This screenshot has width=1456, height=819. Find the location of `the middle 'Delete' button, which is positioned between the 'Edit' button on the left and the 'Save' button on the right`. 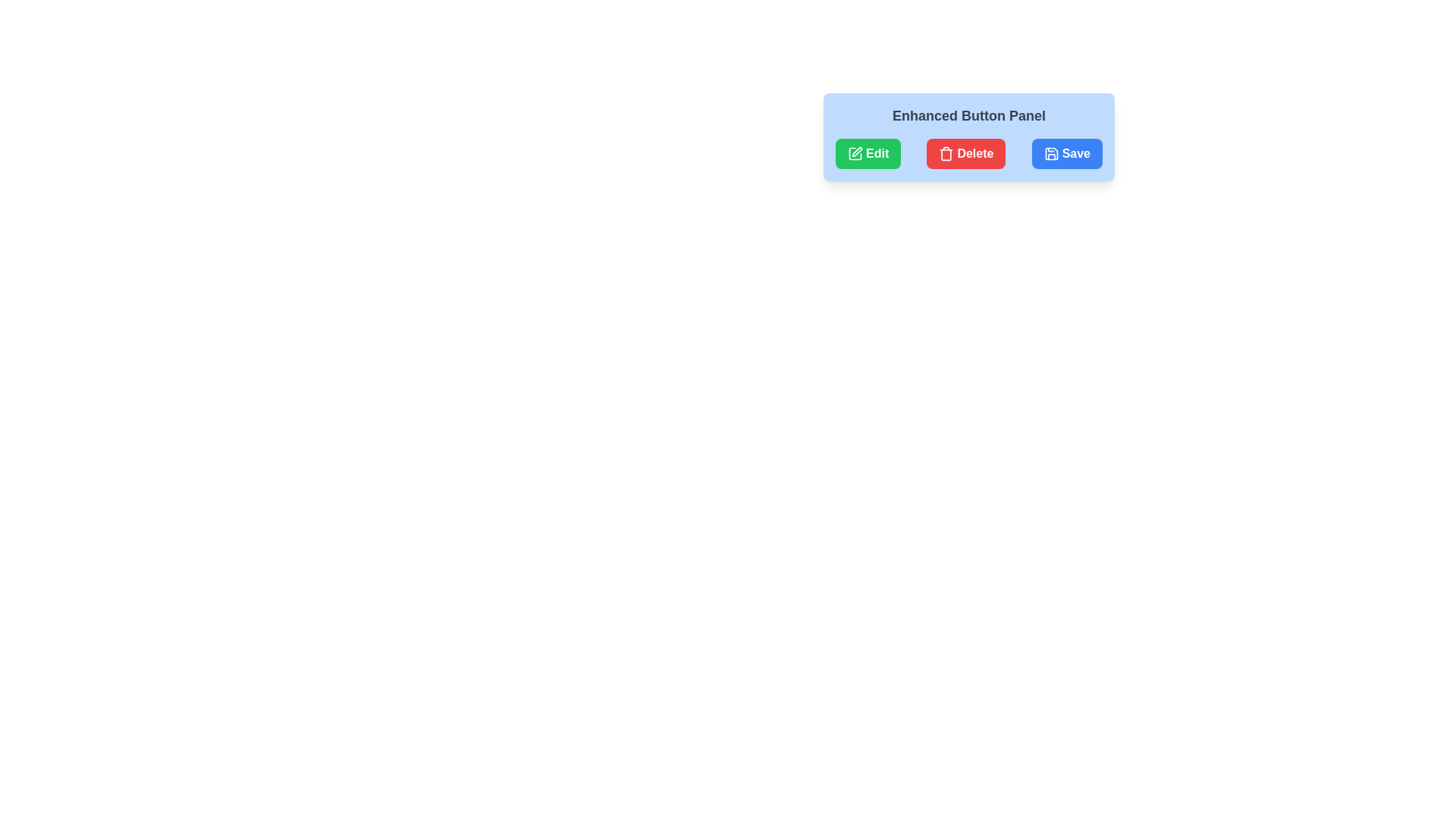

the middle 'Delete' button, which is positioned between the 'Edit' button on the left and the 'Save' button on the right is located at coordinates (965, 154).